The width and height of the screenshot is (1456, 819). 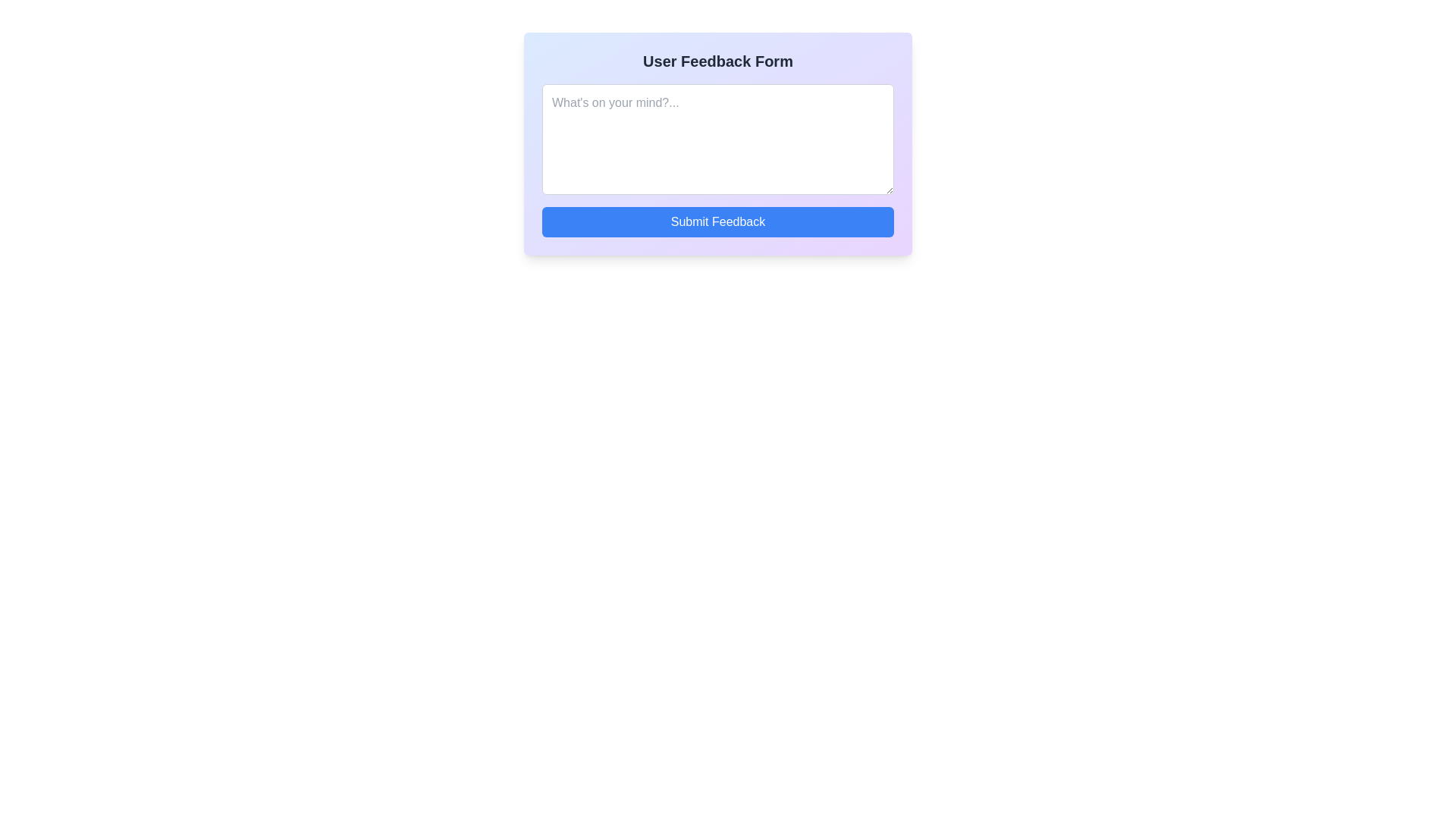 What do you see at coordinates (717, 222) in the screenshot?
I see `the 'Submit Feedback' button, which is a wide rectangular button with a vibrant blue background and white text, located at the bottom of the 'User Feedback Form'` at bounding box center [717, 222].